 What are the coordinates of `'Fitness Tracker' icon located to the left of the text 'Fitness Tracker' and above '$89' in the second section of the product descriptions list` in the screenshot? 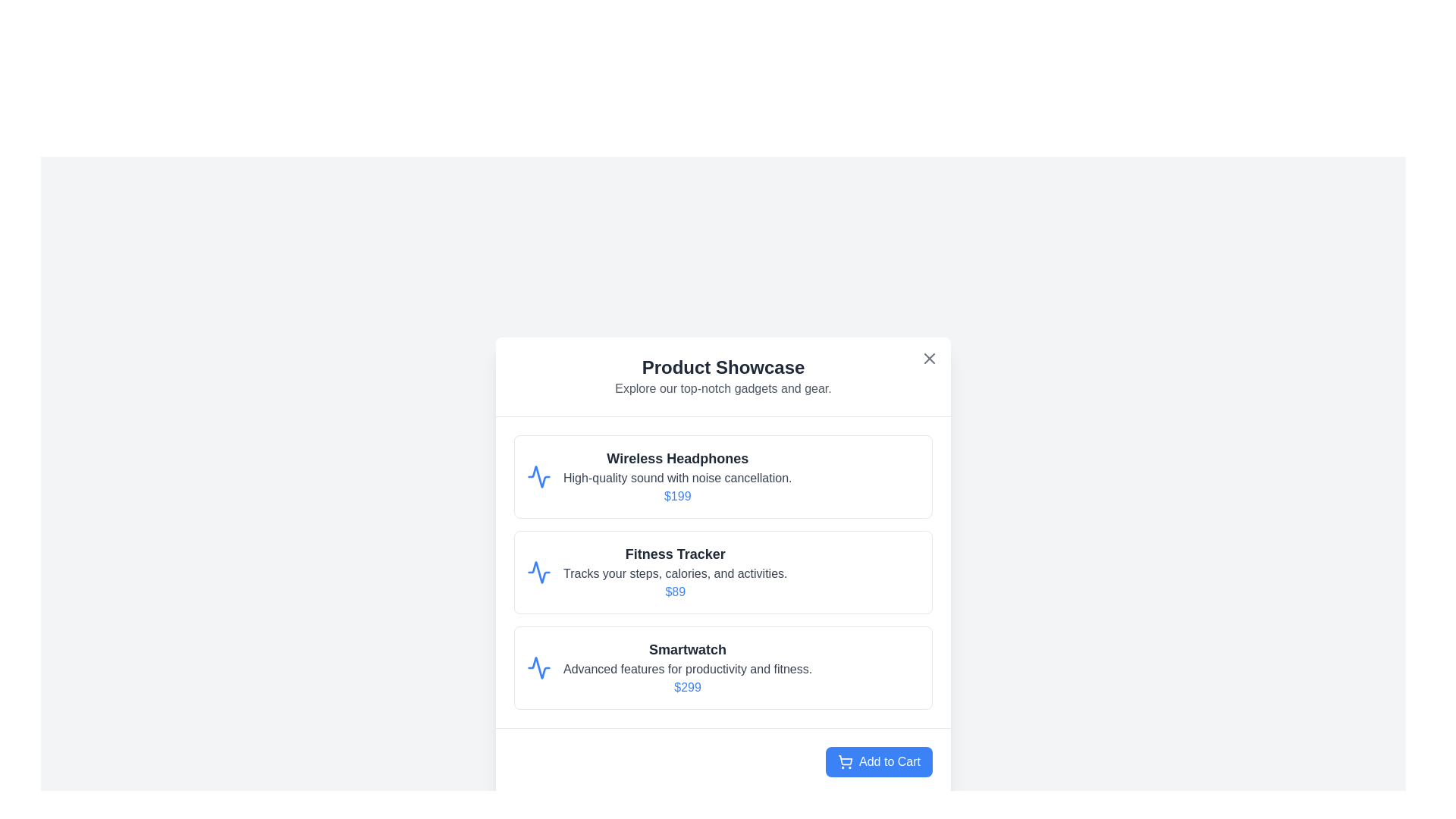 It's located at (538, 573).